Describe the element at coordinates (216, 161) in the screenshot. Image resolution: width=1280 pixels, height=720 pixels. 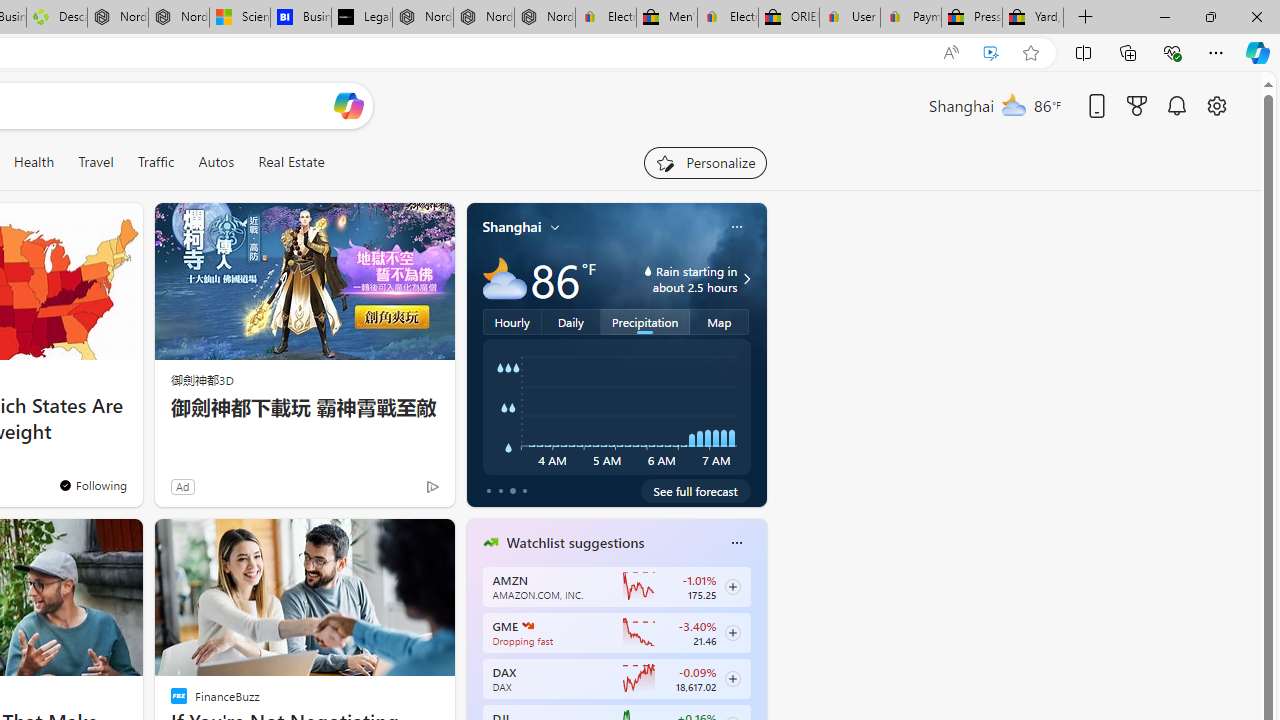
I see `'Autos'` at that location.